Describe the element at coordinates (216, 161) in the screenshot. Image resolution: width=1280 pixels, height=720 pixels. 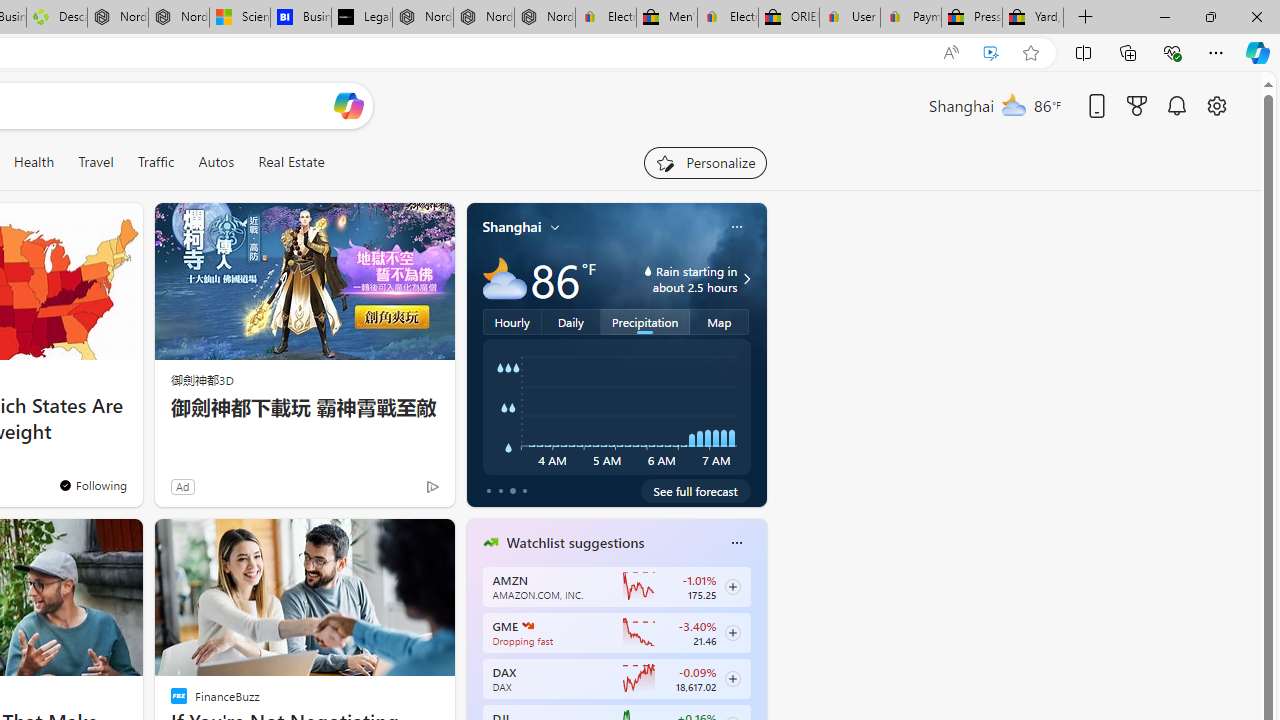
I see `'Autos'` at that location.